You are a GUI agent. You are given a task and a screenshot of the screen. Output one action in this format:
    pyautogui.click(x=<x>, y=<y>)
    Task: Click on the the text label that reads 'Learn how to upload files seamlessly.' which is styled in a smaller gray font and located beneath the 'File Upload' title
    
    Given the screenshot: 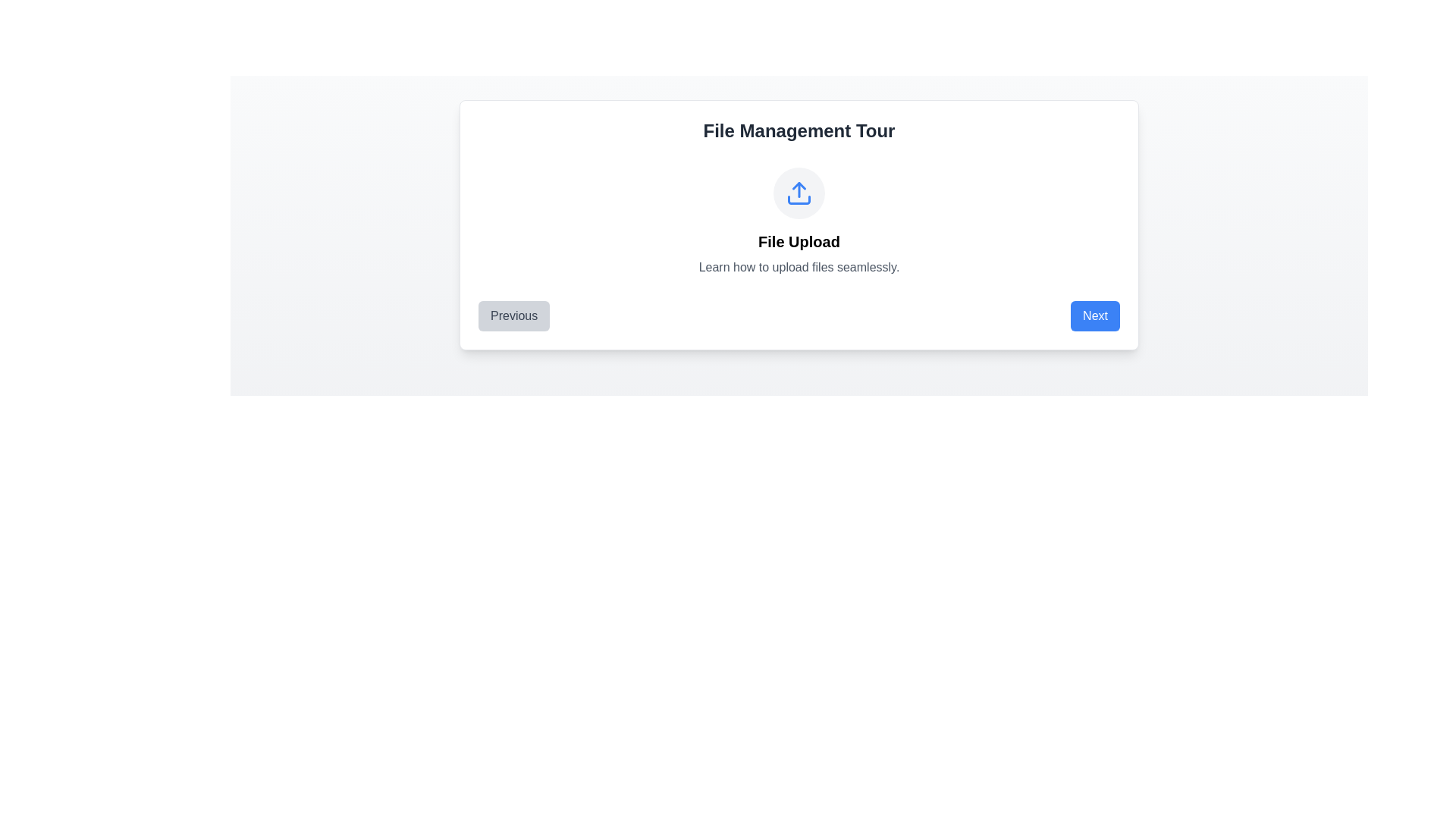 What is the action you would take?
    pyautogui.click(x=799, y=267)
    